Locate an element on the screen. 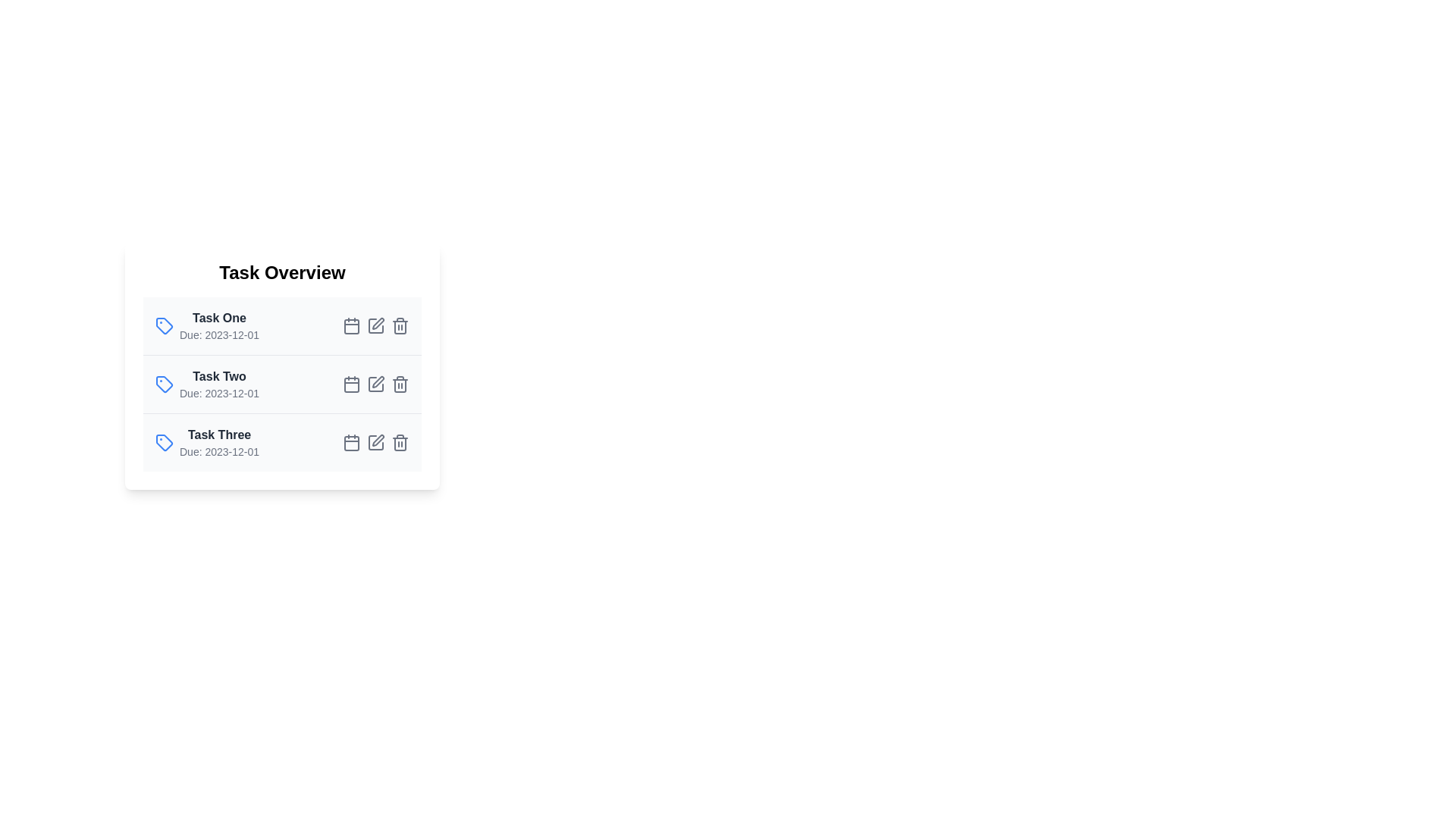 The image size is (1456, 819). the trash can icon button indicating a delete action is located at coordinates (400, 325).